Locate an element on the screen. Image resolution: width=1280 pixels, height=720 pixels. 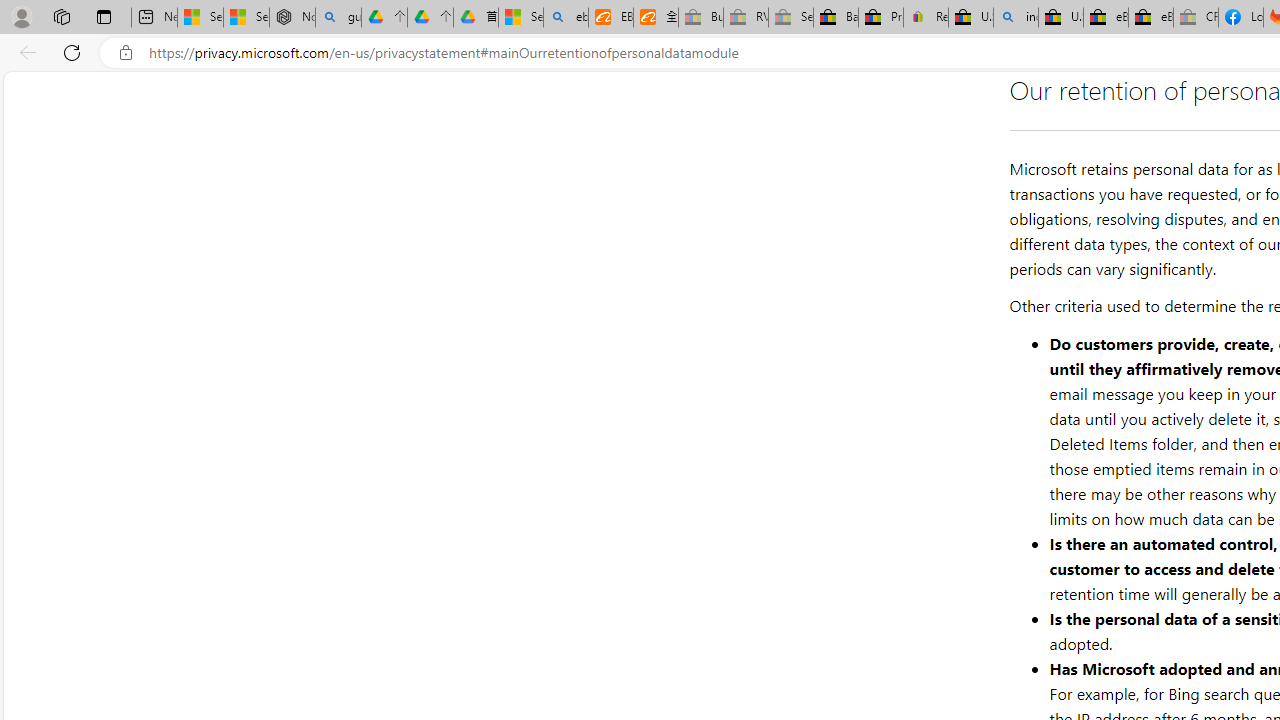
'Log into Facebook' is located at coordinates (1239, 17).